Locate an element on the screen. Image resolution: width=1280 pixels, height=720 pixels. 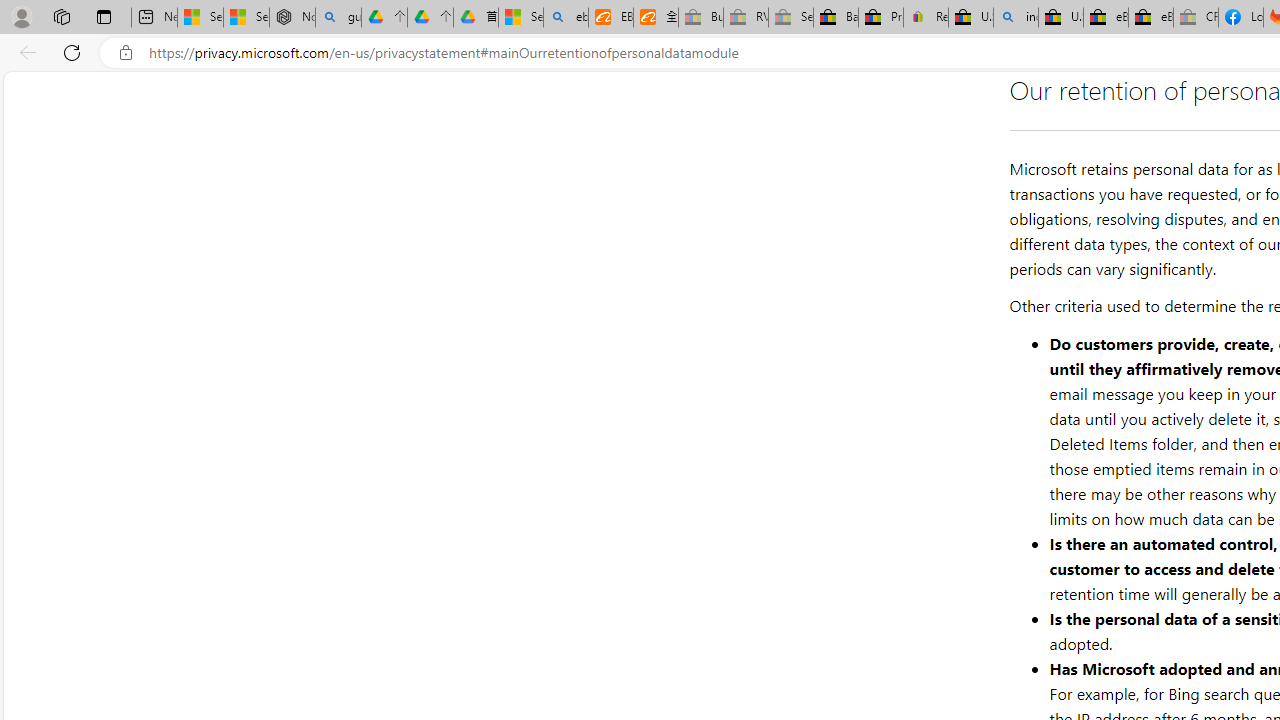
'Log into Facebook' is located at coordinates (1239, 17).